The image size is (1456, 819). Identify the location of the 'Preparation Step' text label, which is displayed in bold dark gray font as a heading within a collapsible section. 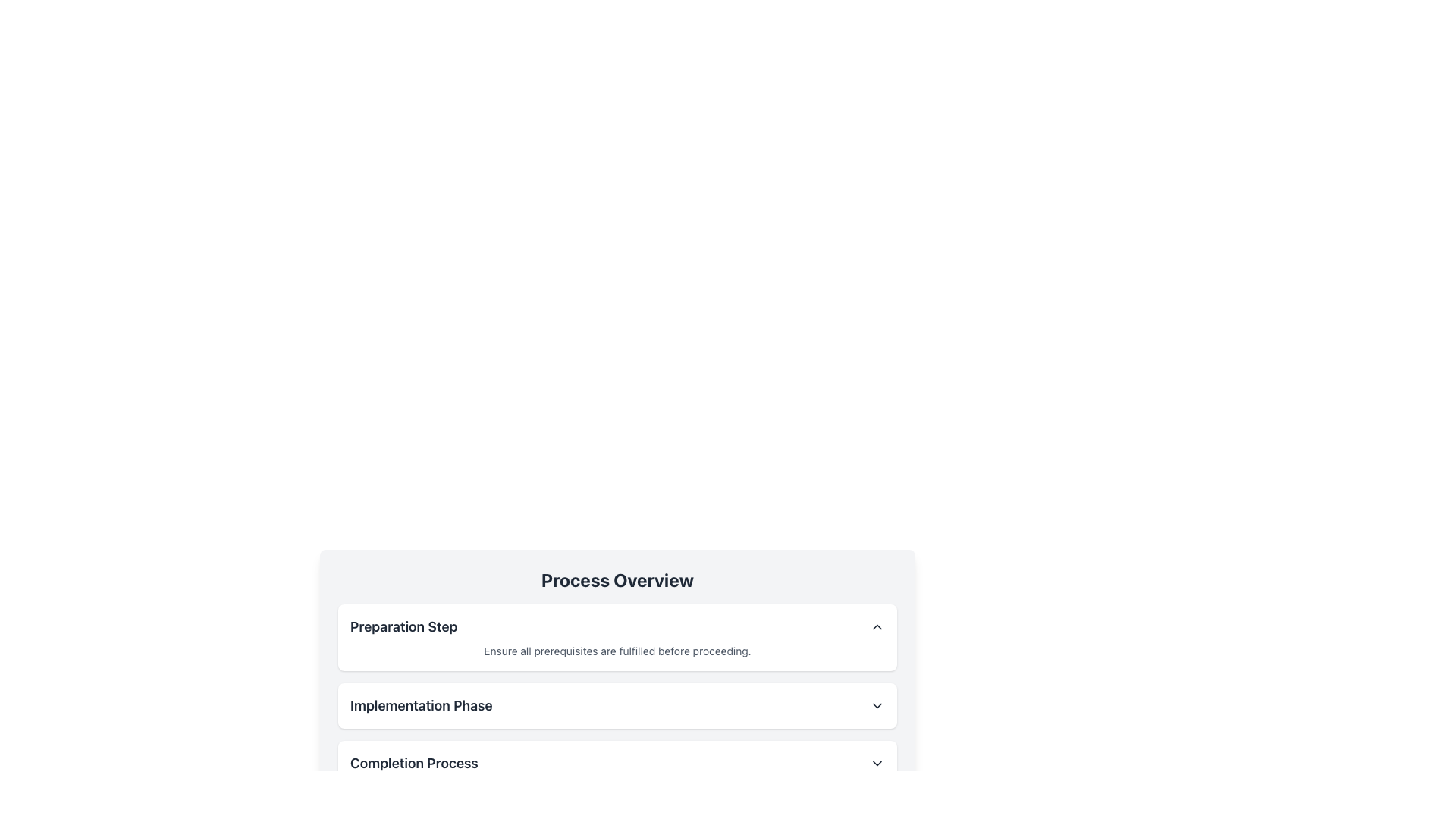
(403, 626).